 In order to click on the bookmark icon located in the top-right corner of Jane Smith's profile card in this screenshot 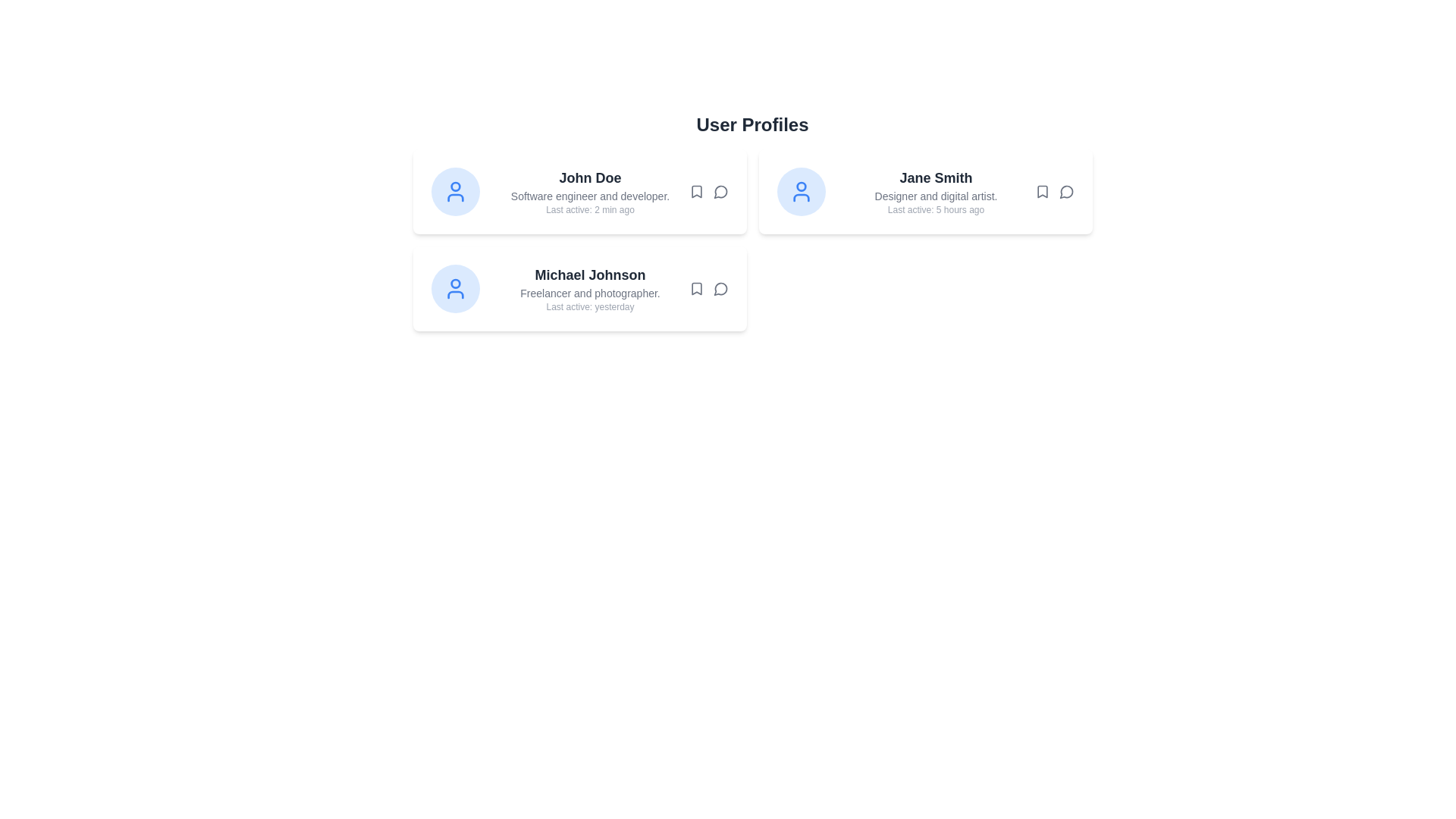, I will do `click(1041, 191)`.